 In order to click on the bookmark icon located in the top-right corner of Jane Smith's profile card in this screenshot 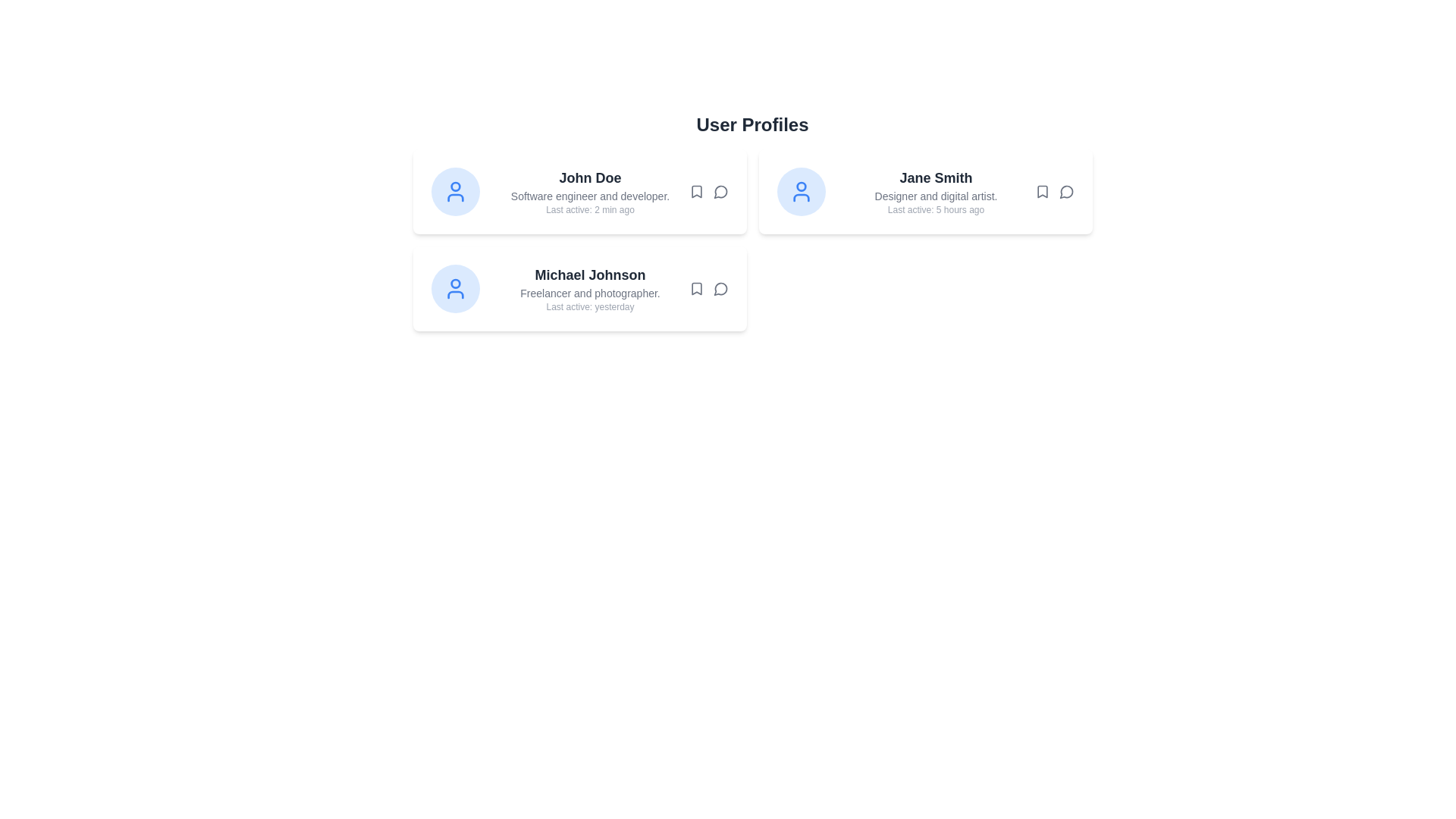, I will do `click(1041, 191)`.